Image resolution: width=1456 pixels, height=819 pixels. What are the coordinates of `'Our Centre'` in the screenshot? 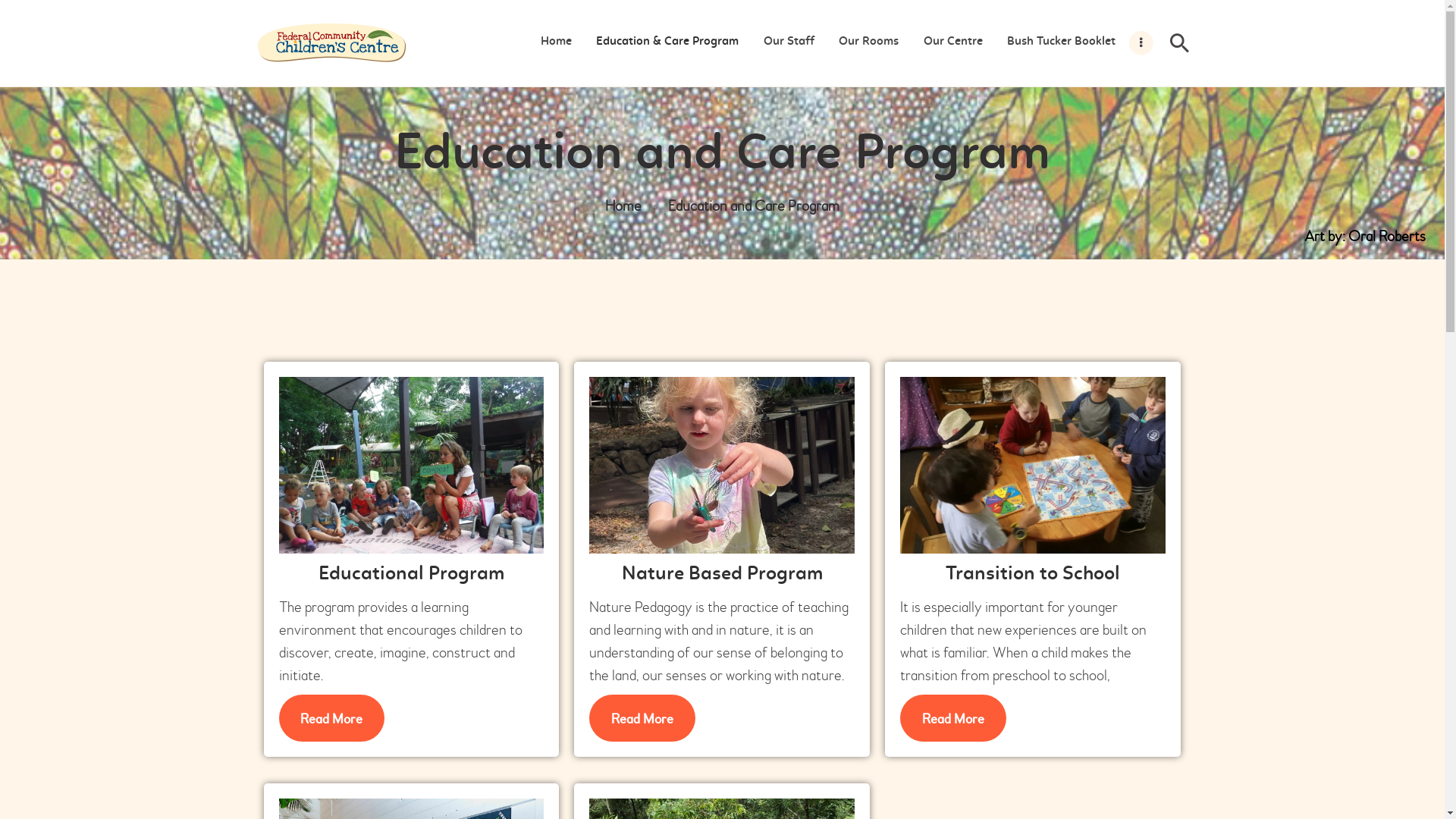 It's located at (910, 42).